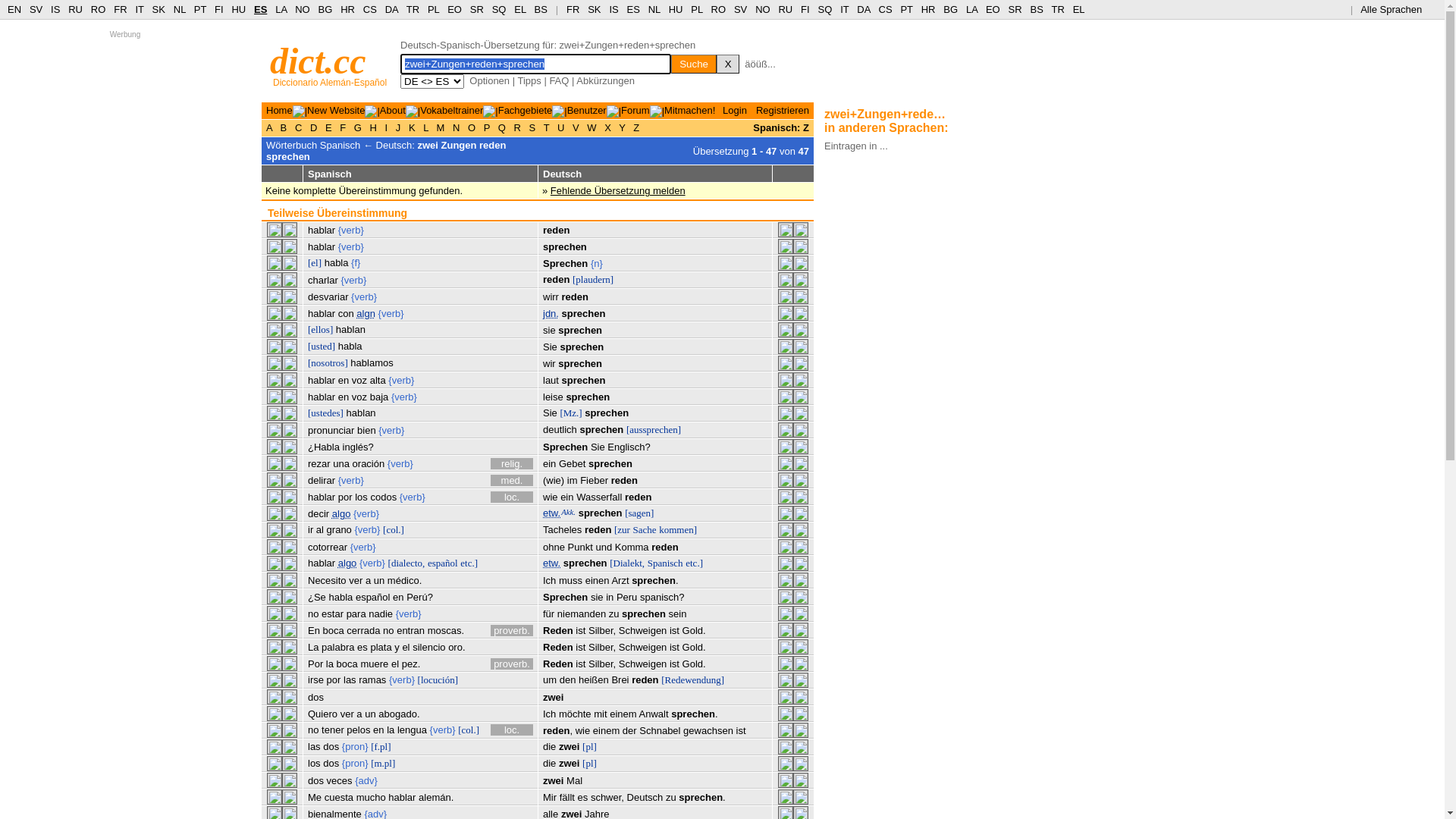 The height and width of the screenshot is (819, 1456). Describe the element at coordinates (340, 596) in the screenshot. I see `'habla'` at that location.